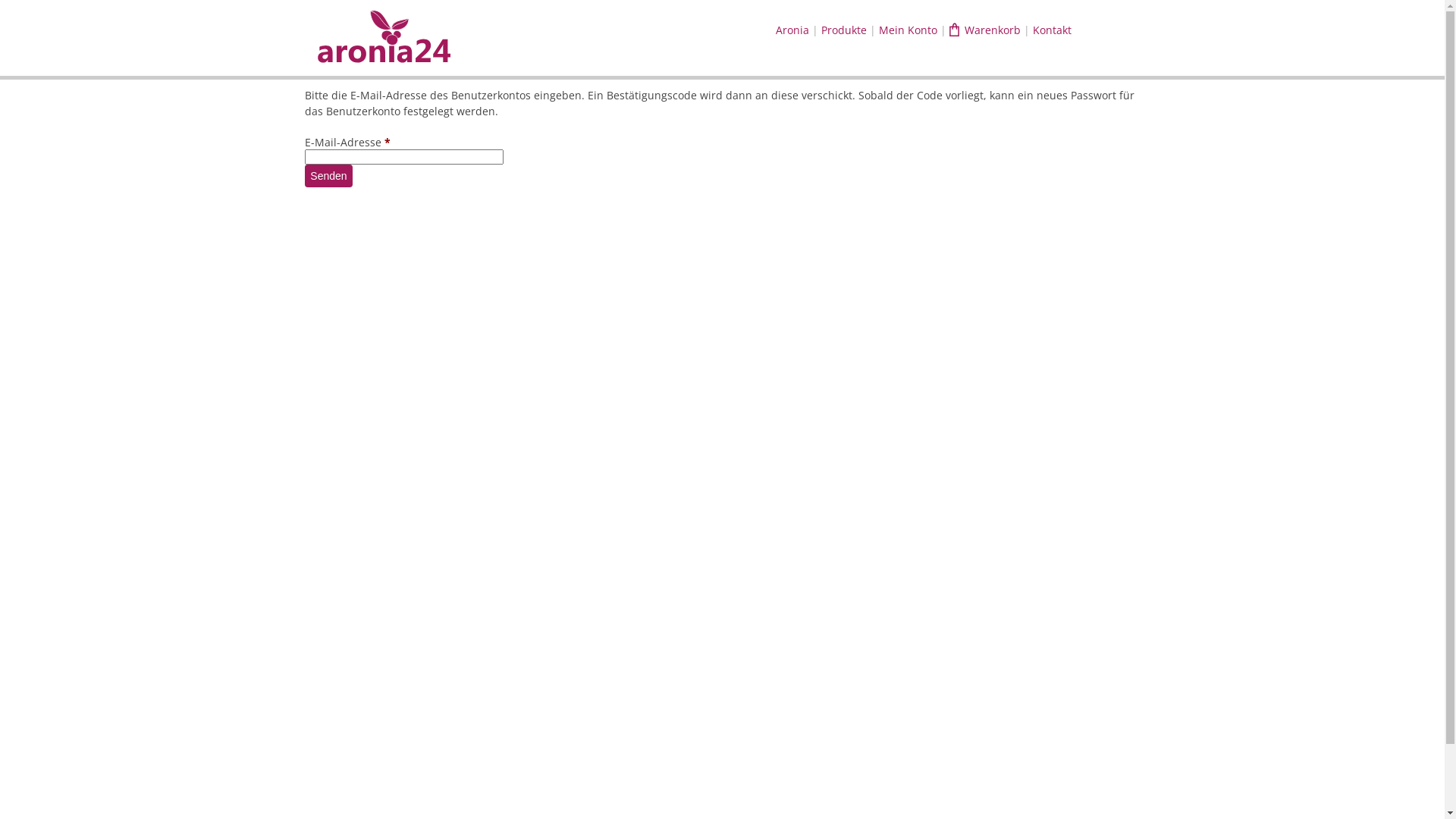 Image resolution: width=1456 pixels, height=819 pixels. What do you see at coordinates (1051, 30) in the screenshot?
I see `'Kontakt'` at bounding box center [1051, 30].